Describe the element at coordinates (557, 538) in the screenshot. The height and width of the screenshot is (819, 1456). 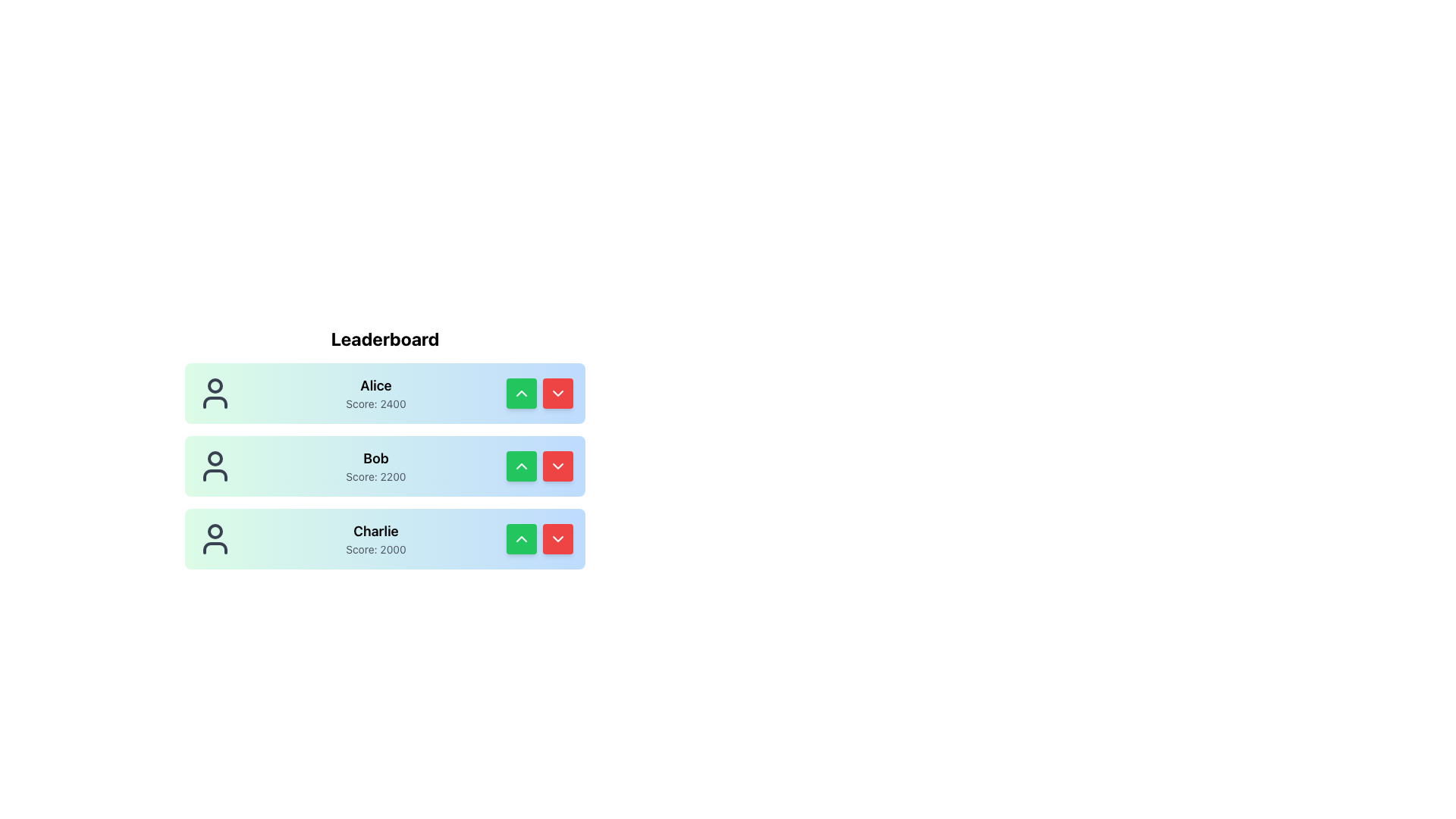
I see `the red button with rounded corners and a downward-pointing chevron icon located at the right end of the 'Charlie' leaderboard entry` at that location.